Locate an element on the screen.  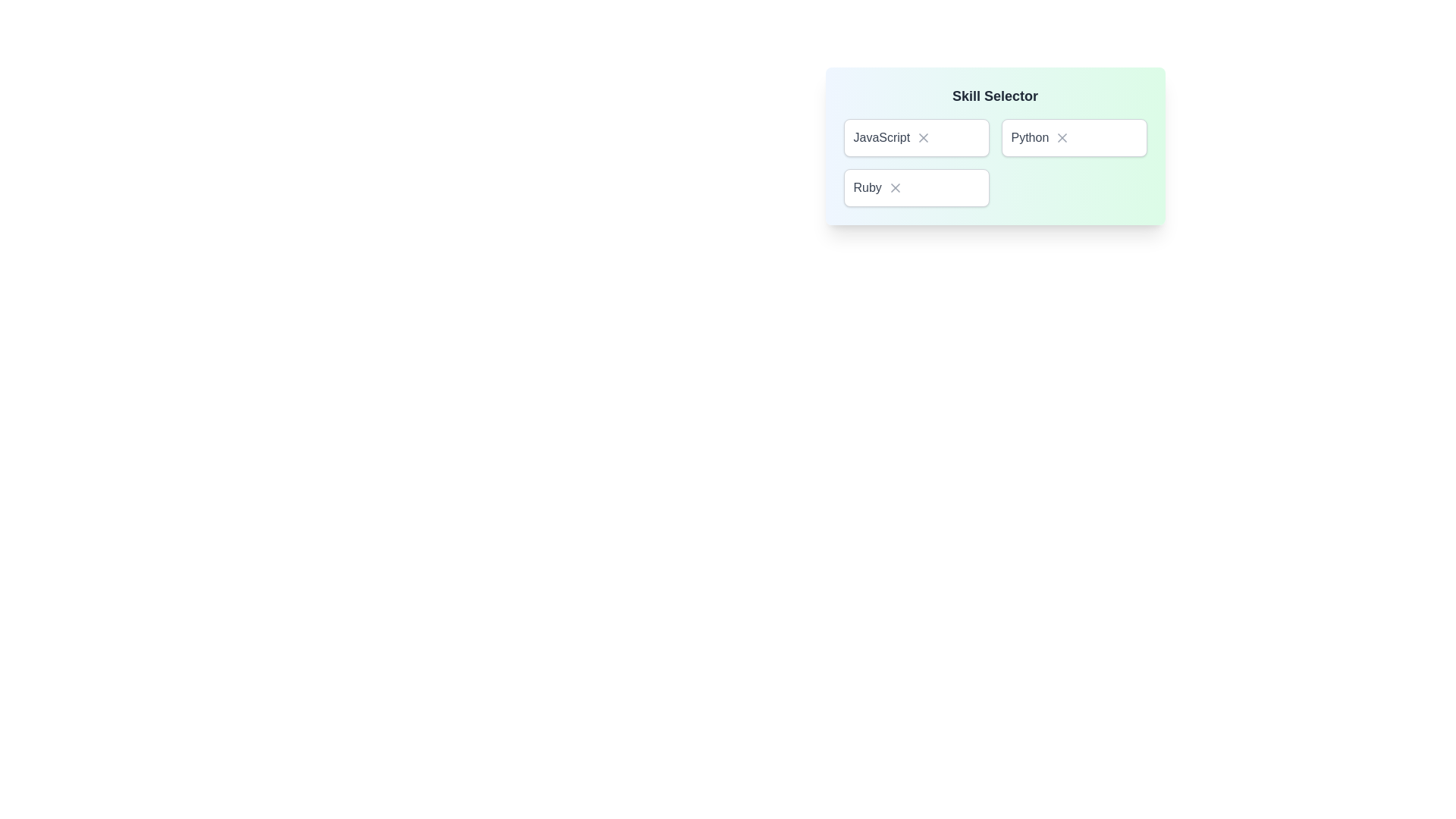
the title text 'Skill Selector' to inspect it is located at coordinates (995, 96).